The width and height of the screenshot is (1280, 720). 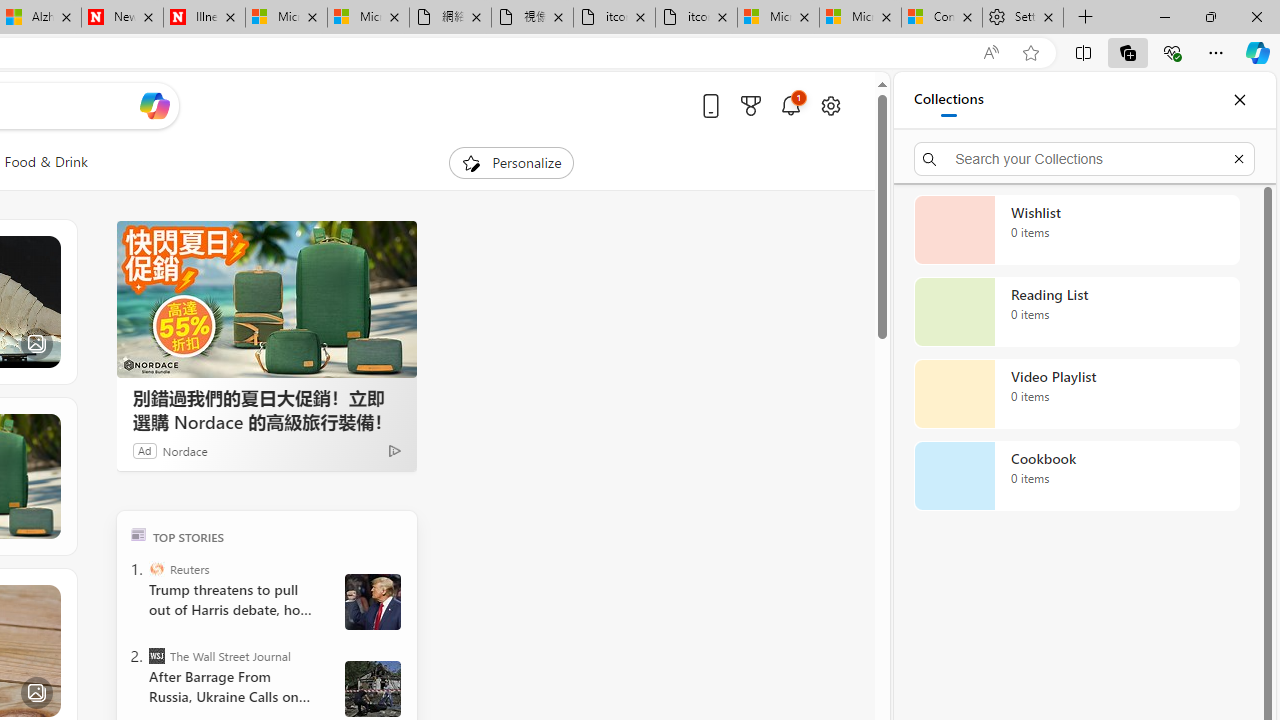 What do you see at coordinates (1238, 158) in the screenshot?
I see `'Exit search'` at bounding box center [1238, 158].